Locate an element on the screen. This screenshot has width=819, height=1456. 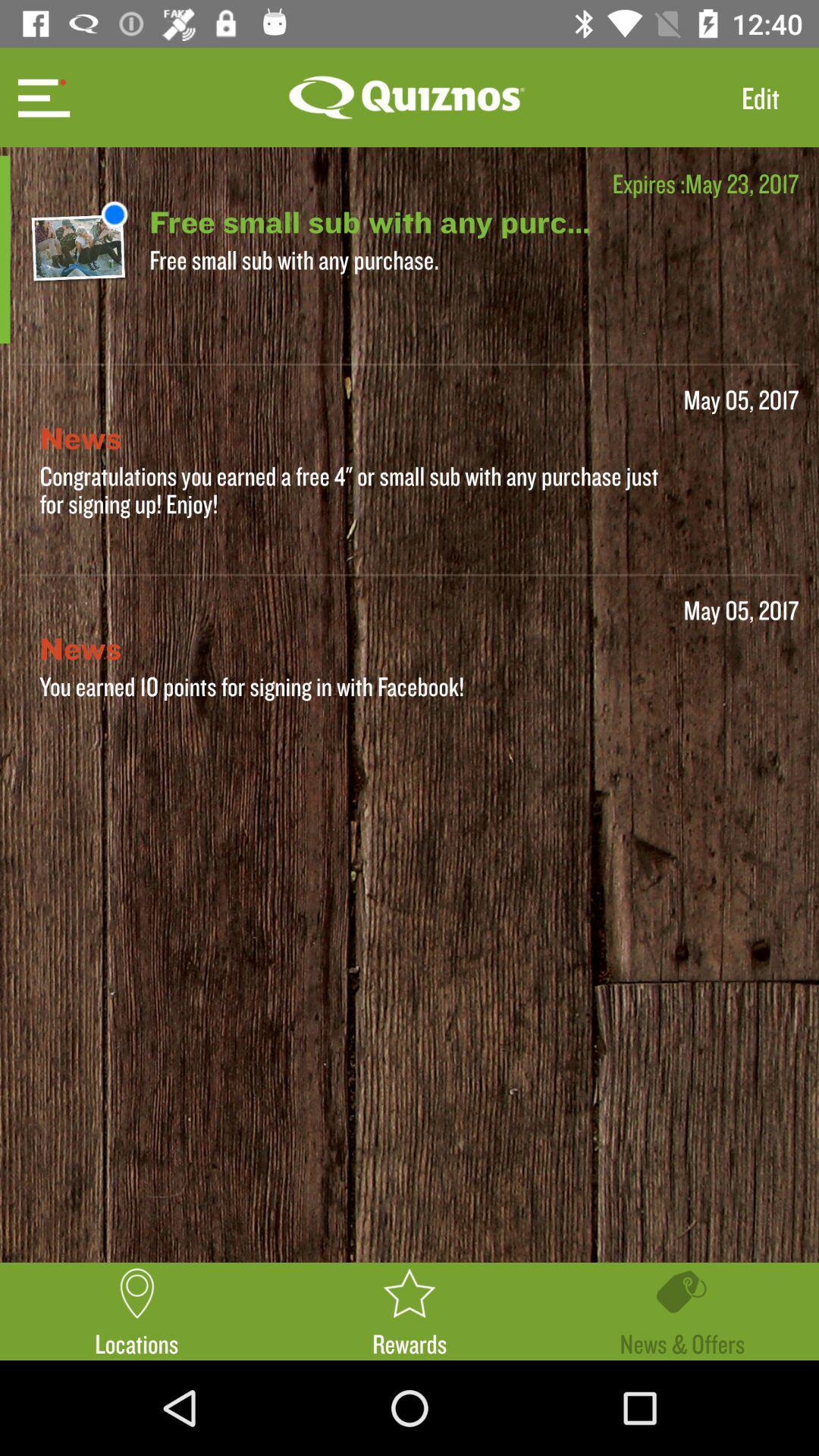
menu buttton is located at coordinates (41, 96).